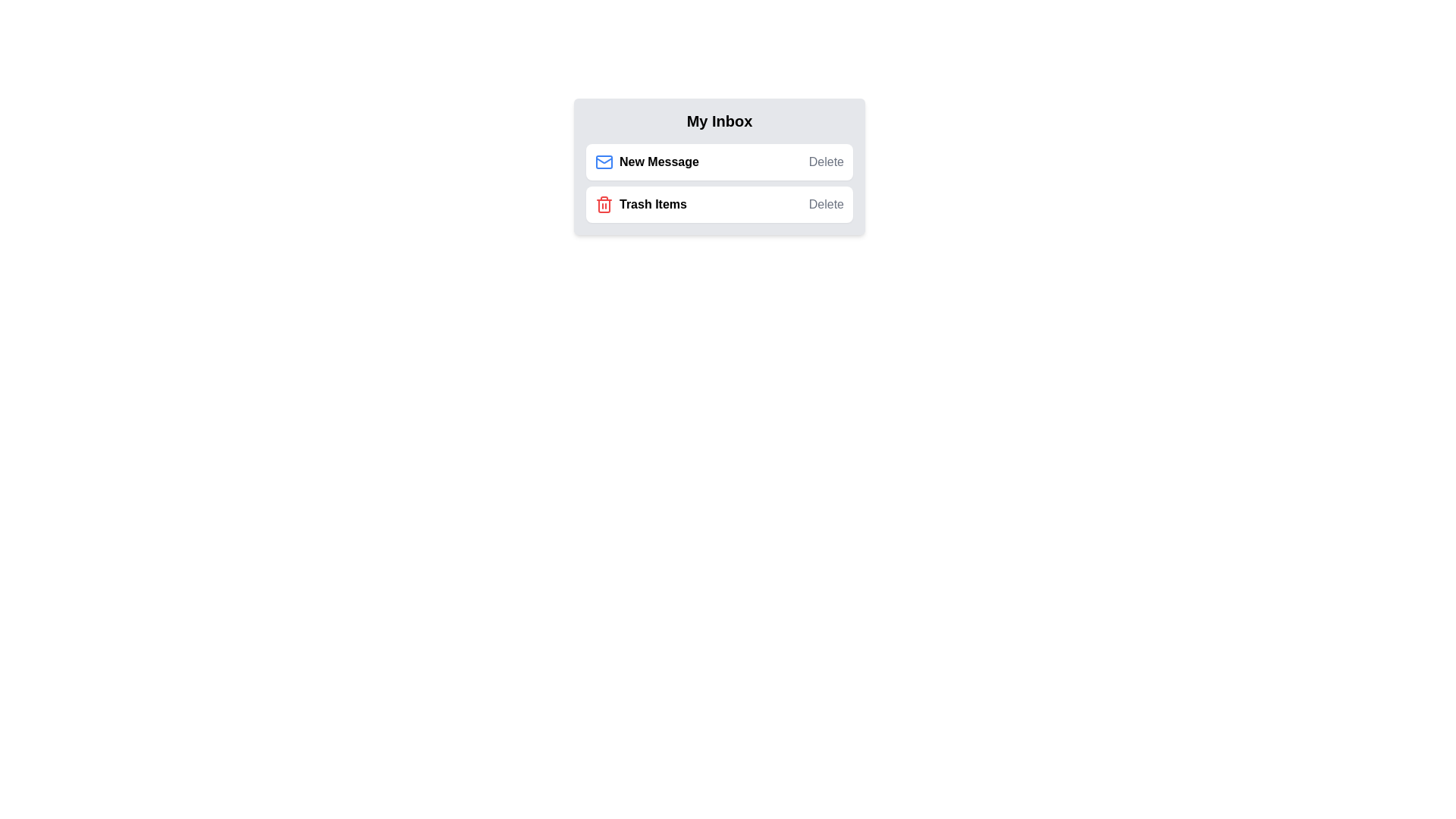 The width and height of the screenshot is (1456, 819). I want to click on the 'Delete' button for Trash Items, so click(825, 205).